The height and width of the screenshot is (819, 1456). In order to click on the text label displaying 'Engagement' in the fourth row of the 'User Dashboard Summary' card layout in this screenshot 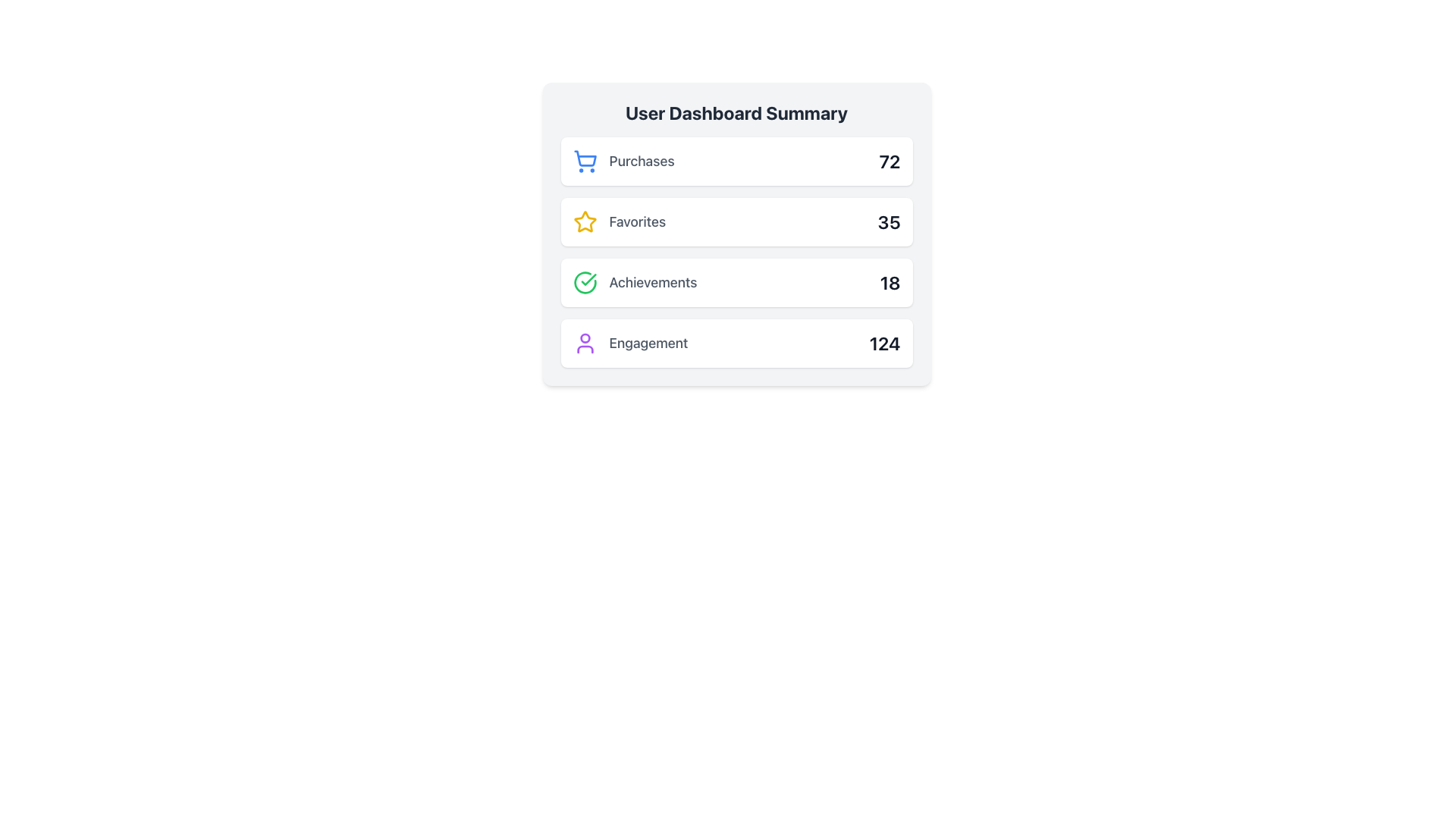, I will do `click(648, 343)`.